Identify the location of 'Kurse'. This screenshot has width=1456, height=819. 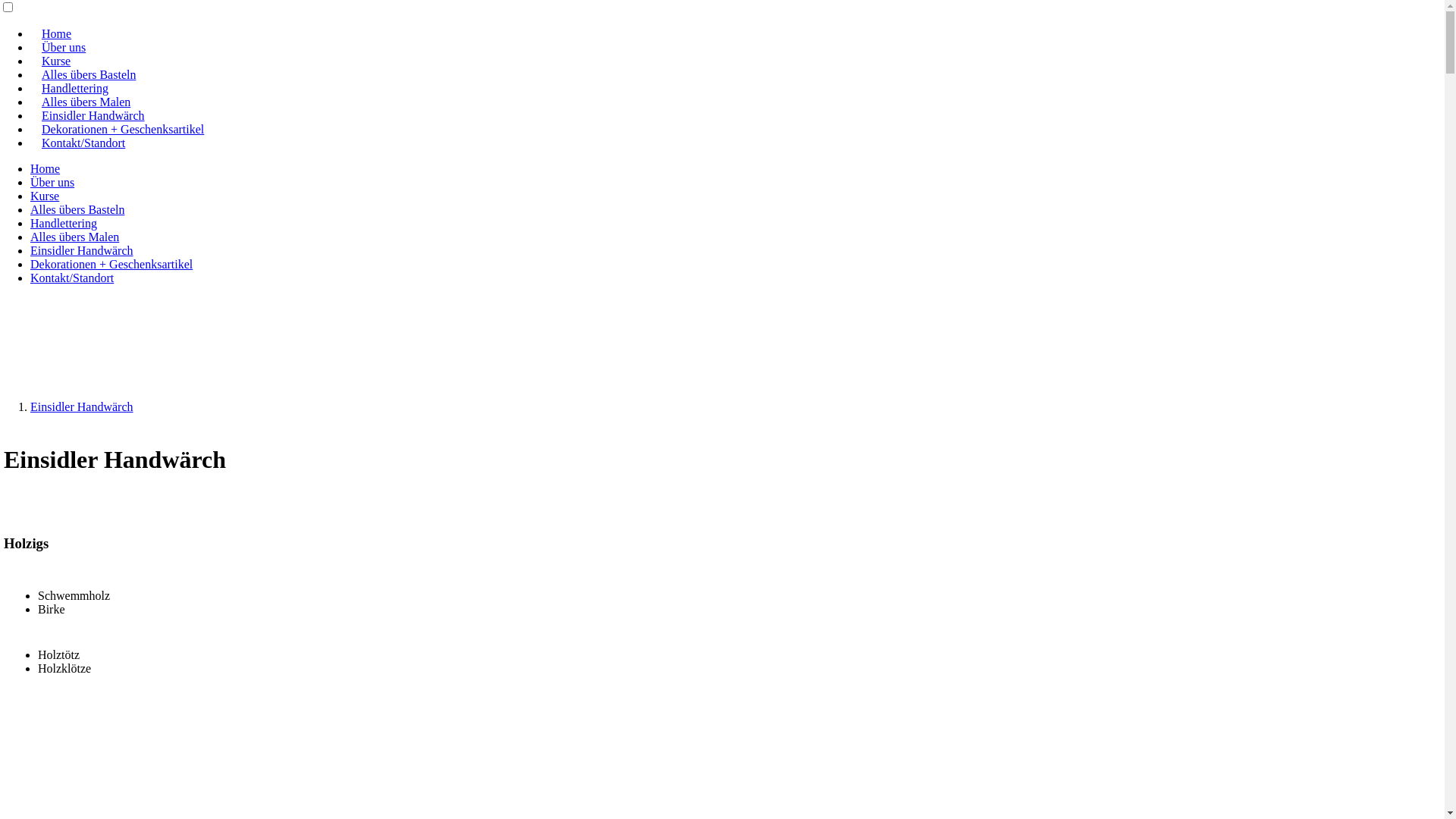
(30, 60).